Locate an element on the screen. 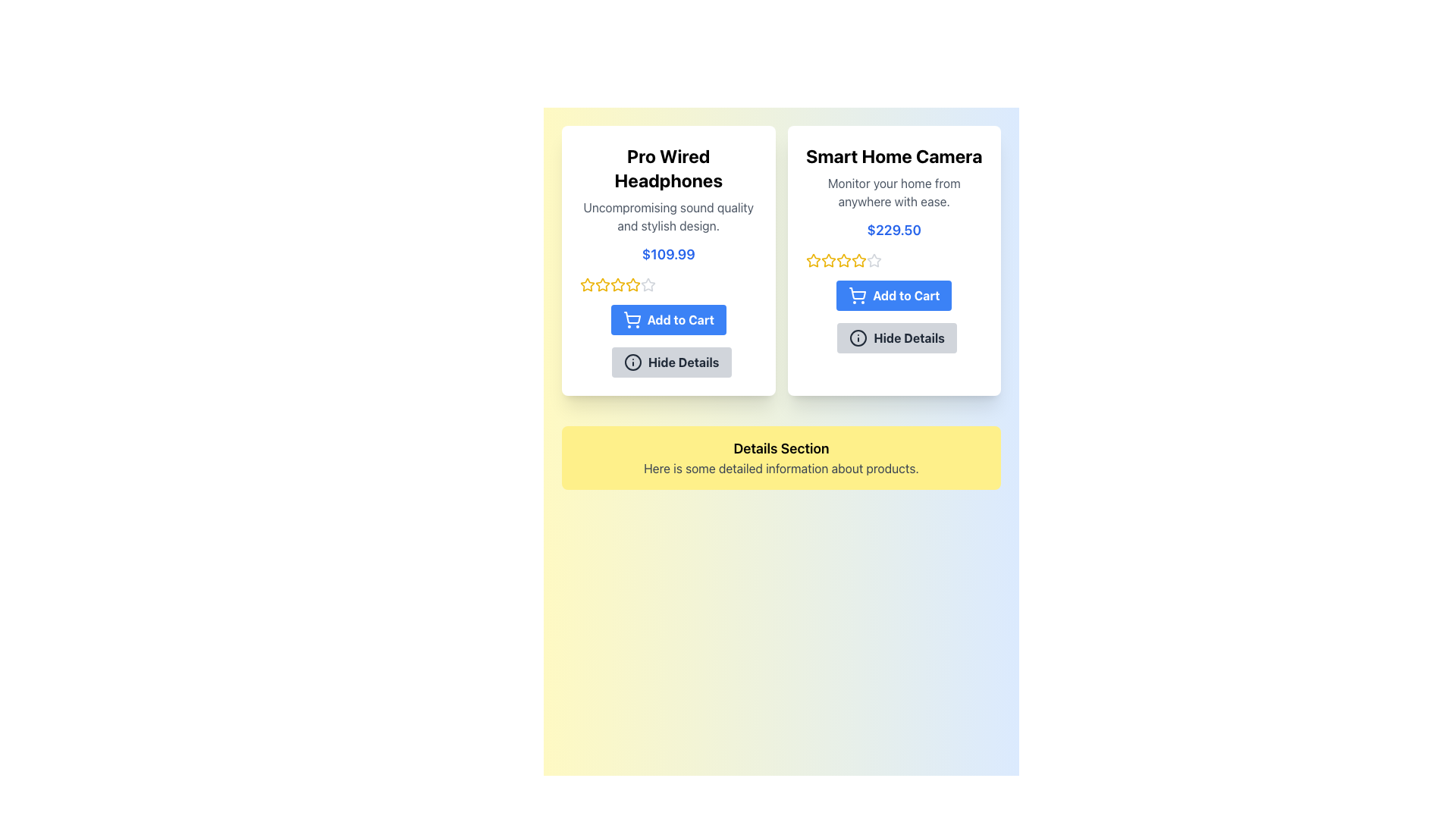 Image resolution: width=1456 pixels, height=819 pixels. description text block located within the 'Pro Wired Headphones' product card, which is situated on the left side of the interface, directly below the product title and above the price '$109.99' is located at coordinates (667, 216).